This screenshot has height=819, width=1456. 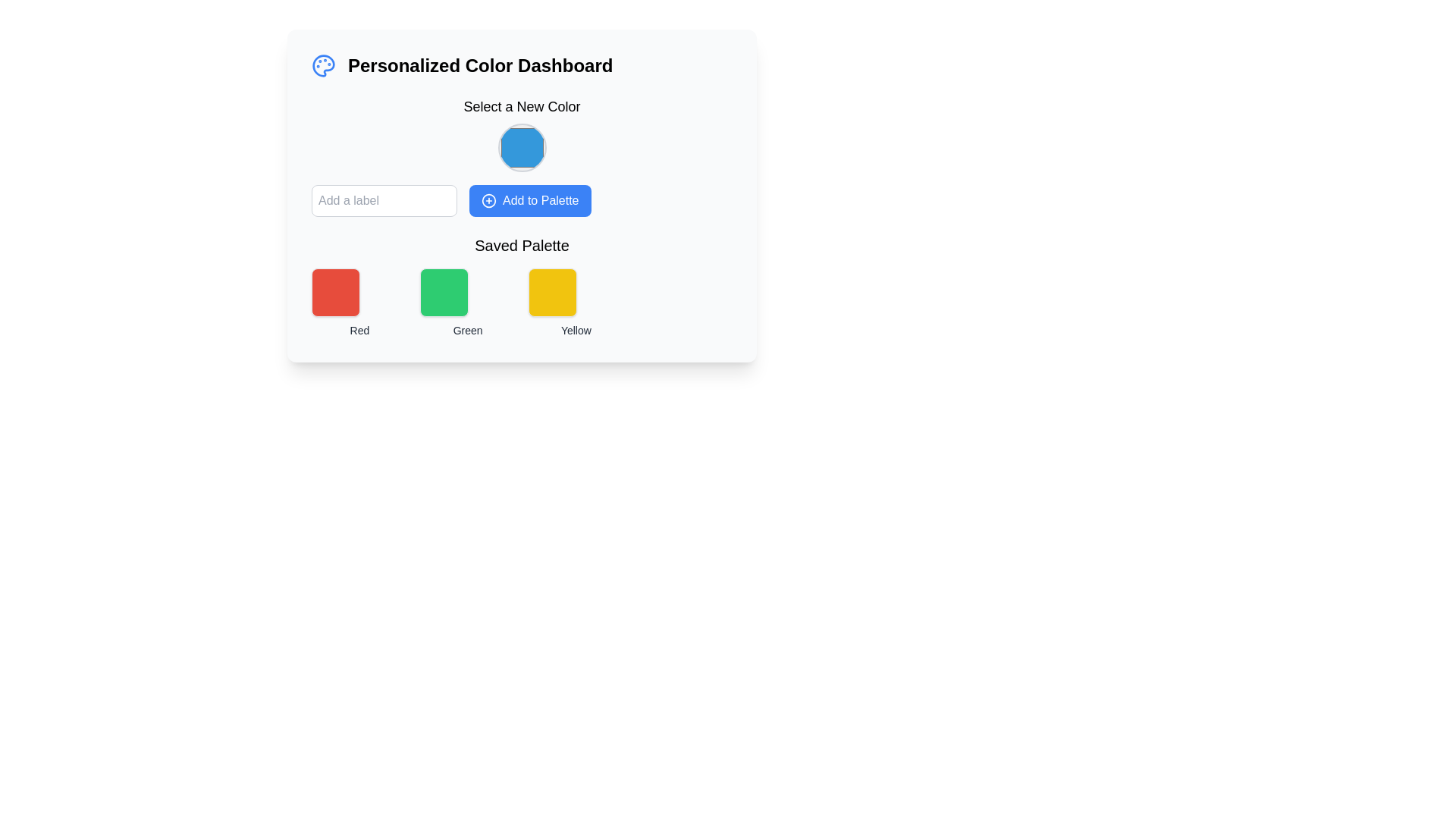 I want to click on the vibrant red colored tile or button in the 'Saved Palette' group, which is the first element among other colored items, so click(x=334, y=292).